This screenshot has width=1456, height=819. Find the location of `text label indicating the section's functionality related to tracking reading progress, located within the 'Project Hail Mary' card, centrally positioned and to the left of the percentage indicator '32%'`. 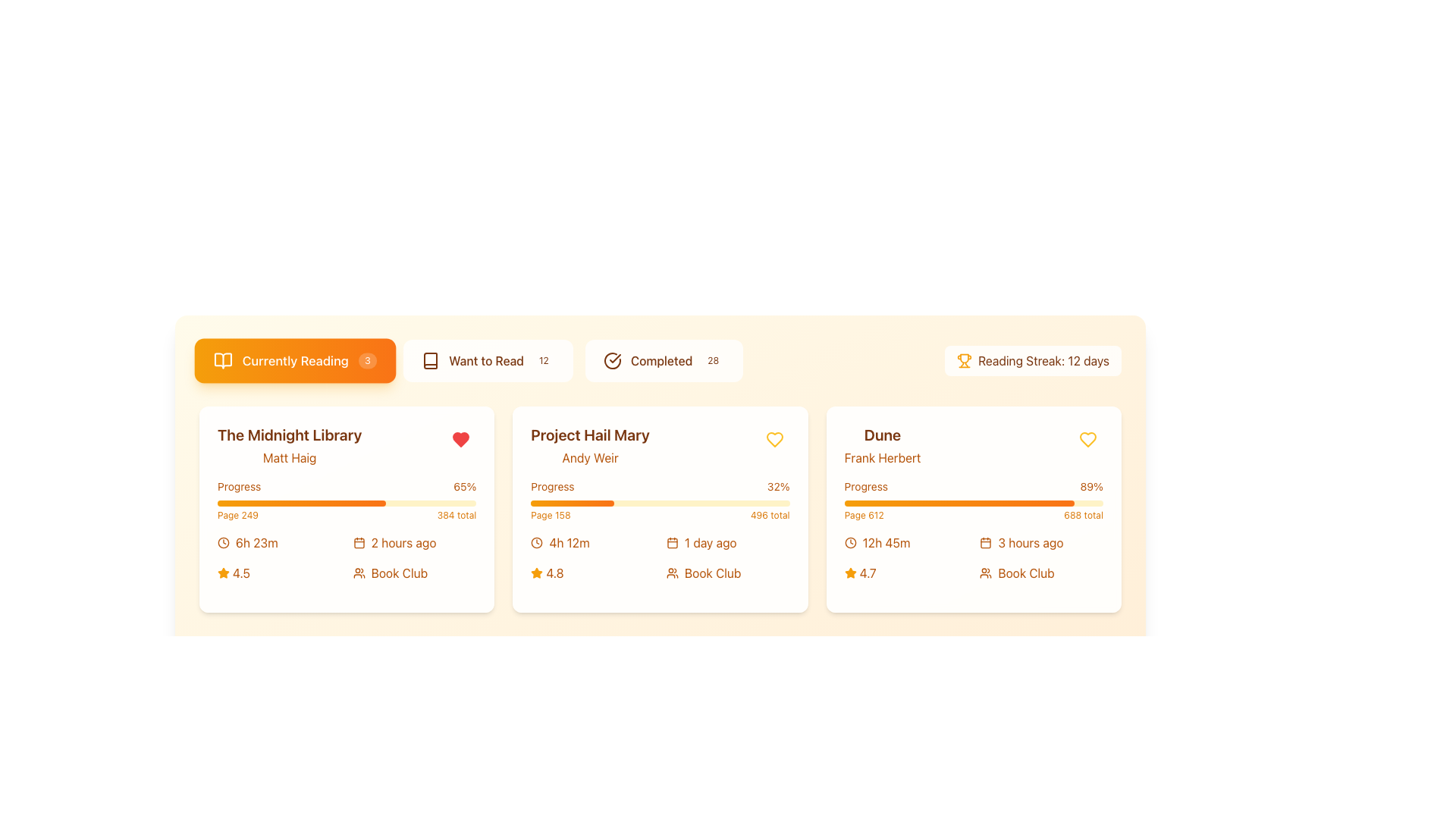

text label indicating the section's functionality related to tracking reading progress, located within the 'Project Hail Mary' card, centrally positioned and to the left of the percentage indicator '32%' is located at coordinates (552, 486).